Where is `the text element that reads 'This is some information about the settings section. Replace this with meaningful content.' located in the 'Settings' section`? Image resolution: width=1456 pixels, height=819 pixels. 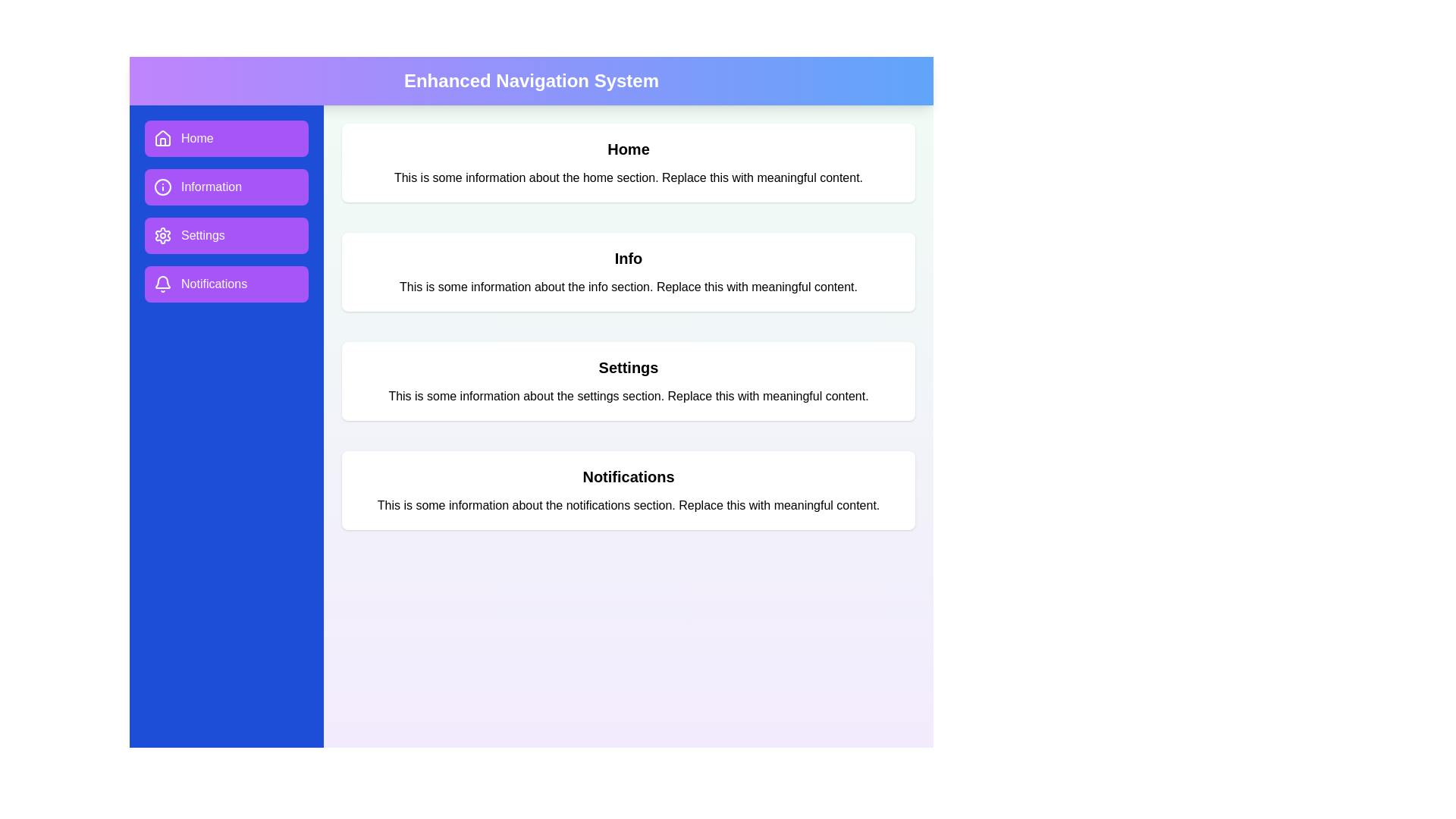
the text element that reads 'This is some information about the settings section. Replace this with meaningful content.' located in the 'Settings' section is located at coordinates (629, 396).